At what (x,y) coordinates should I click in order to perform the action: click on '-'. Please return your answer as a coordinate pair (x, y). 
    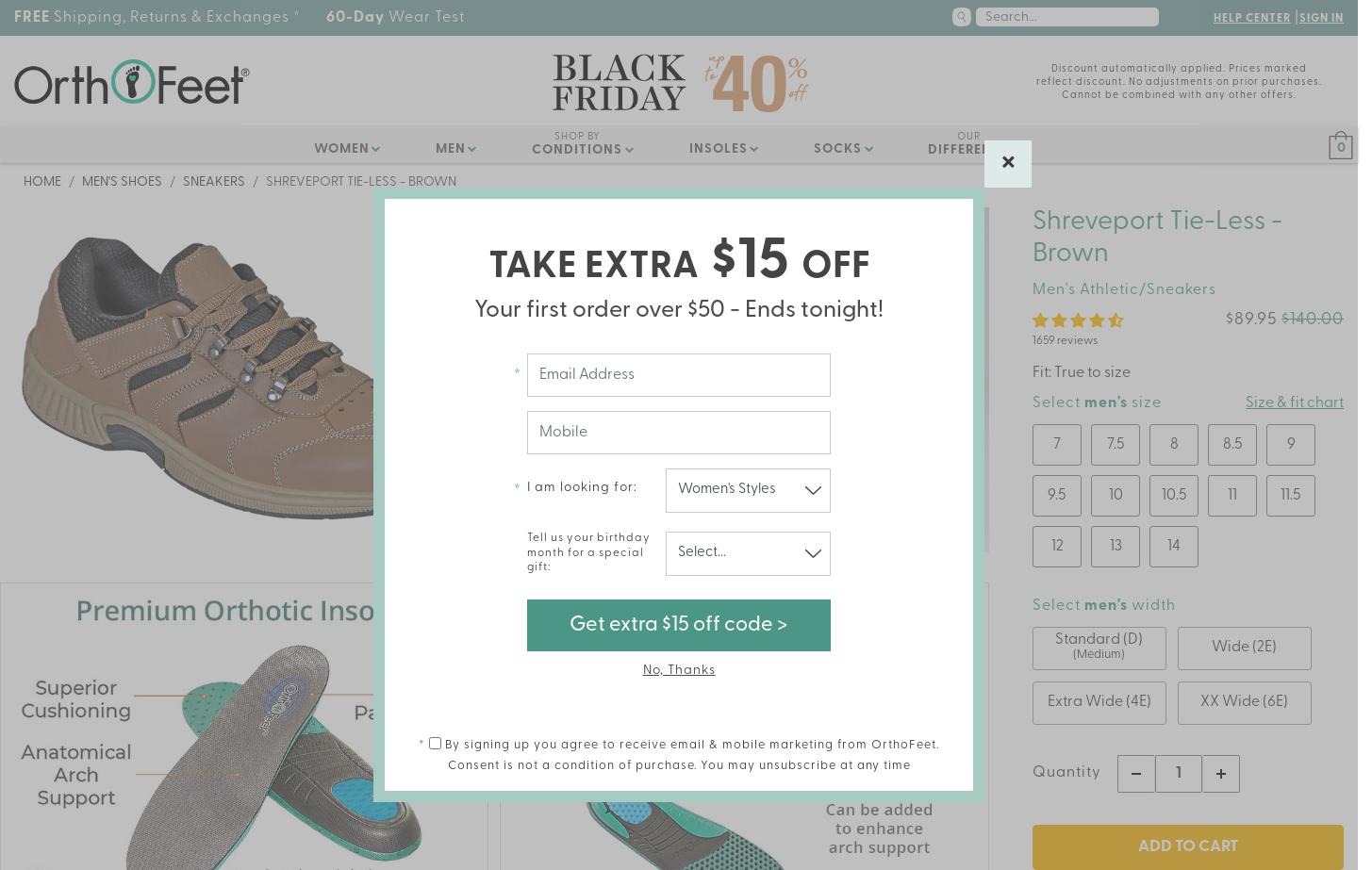
    Looking at the image, I should click on (1087, 773).